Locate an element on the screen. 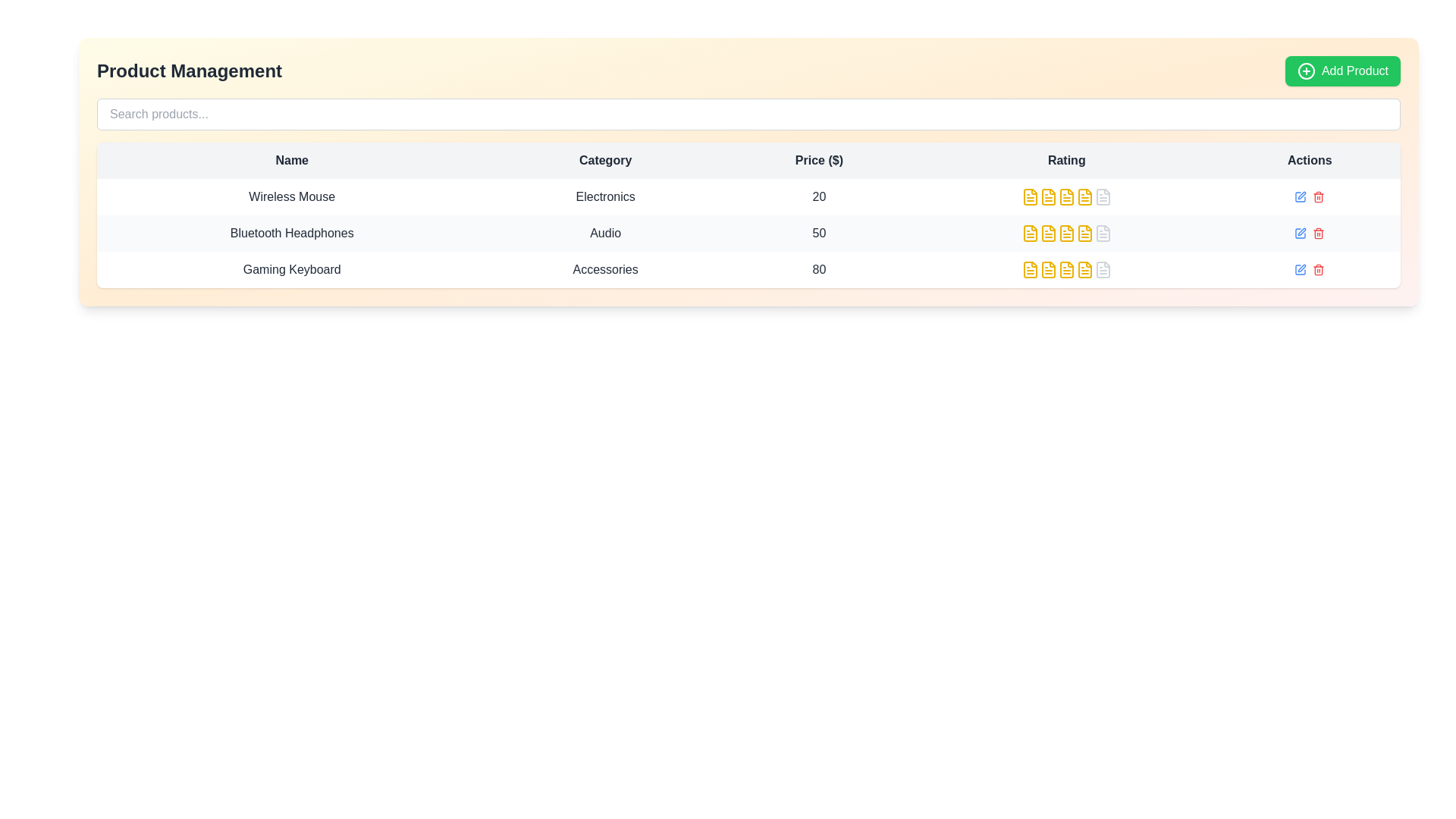  the delete button located in the 'Actions' column of the third row in the table is located at coordinates (1318, 268).